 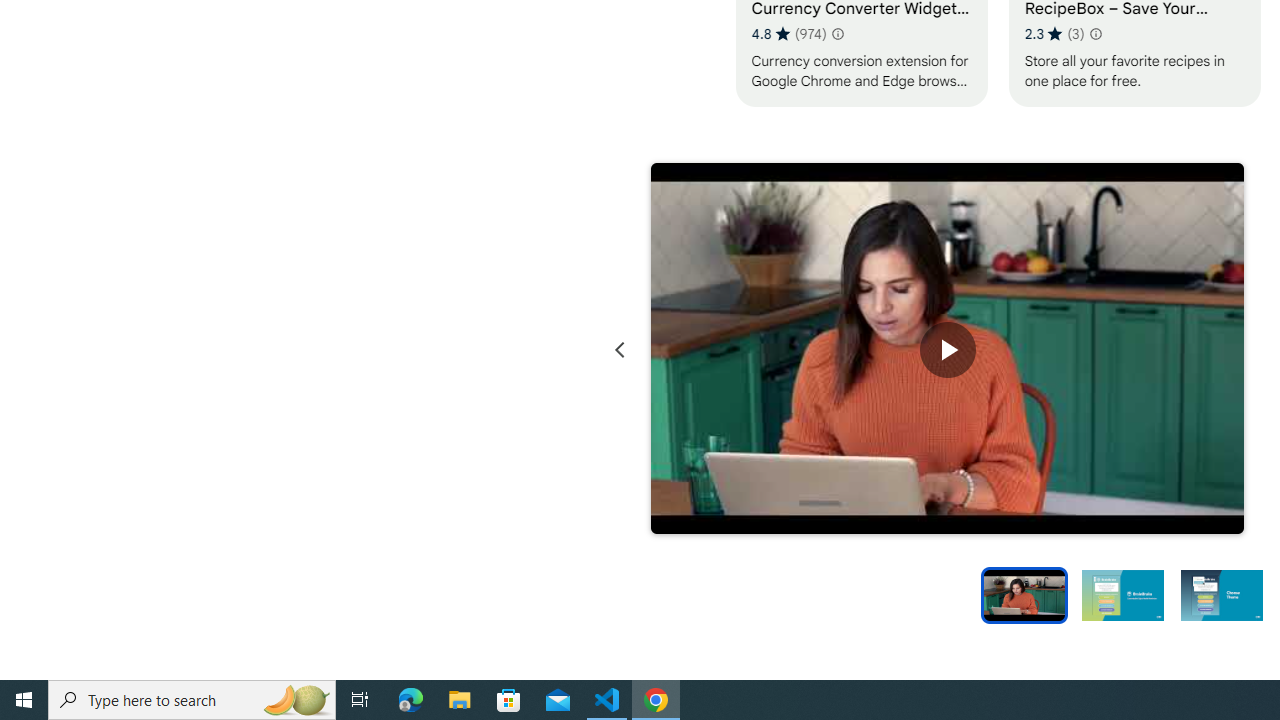 I want to click on 'Preview slide 2', so click(x=1122, y=593).